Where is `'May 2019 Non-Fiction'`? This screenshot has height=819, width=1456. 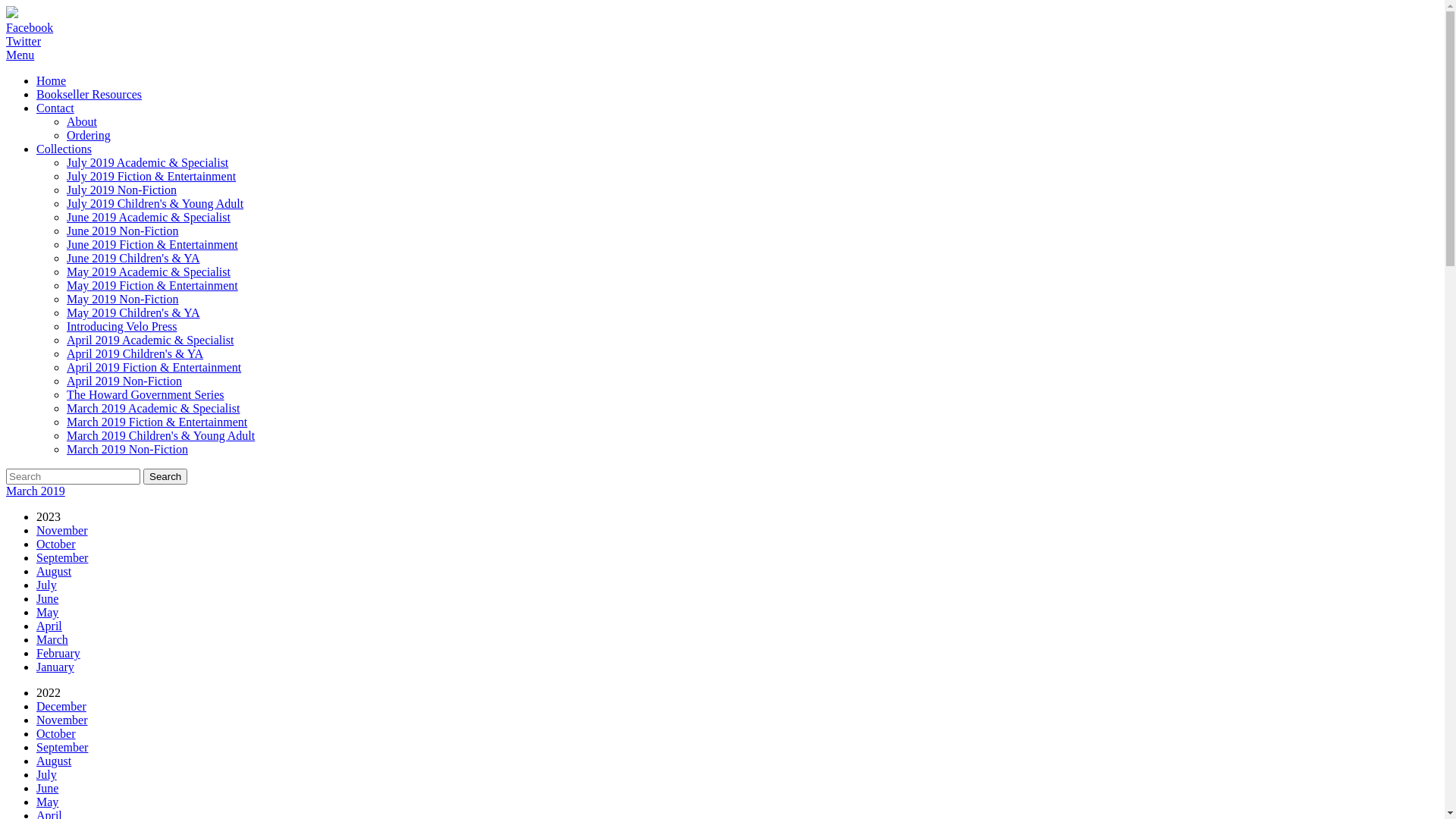 'May 2019 Non-Fiction' is located at coordinates (123, 299).